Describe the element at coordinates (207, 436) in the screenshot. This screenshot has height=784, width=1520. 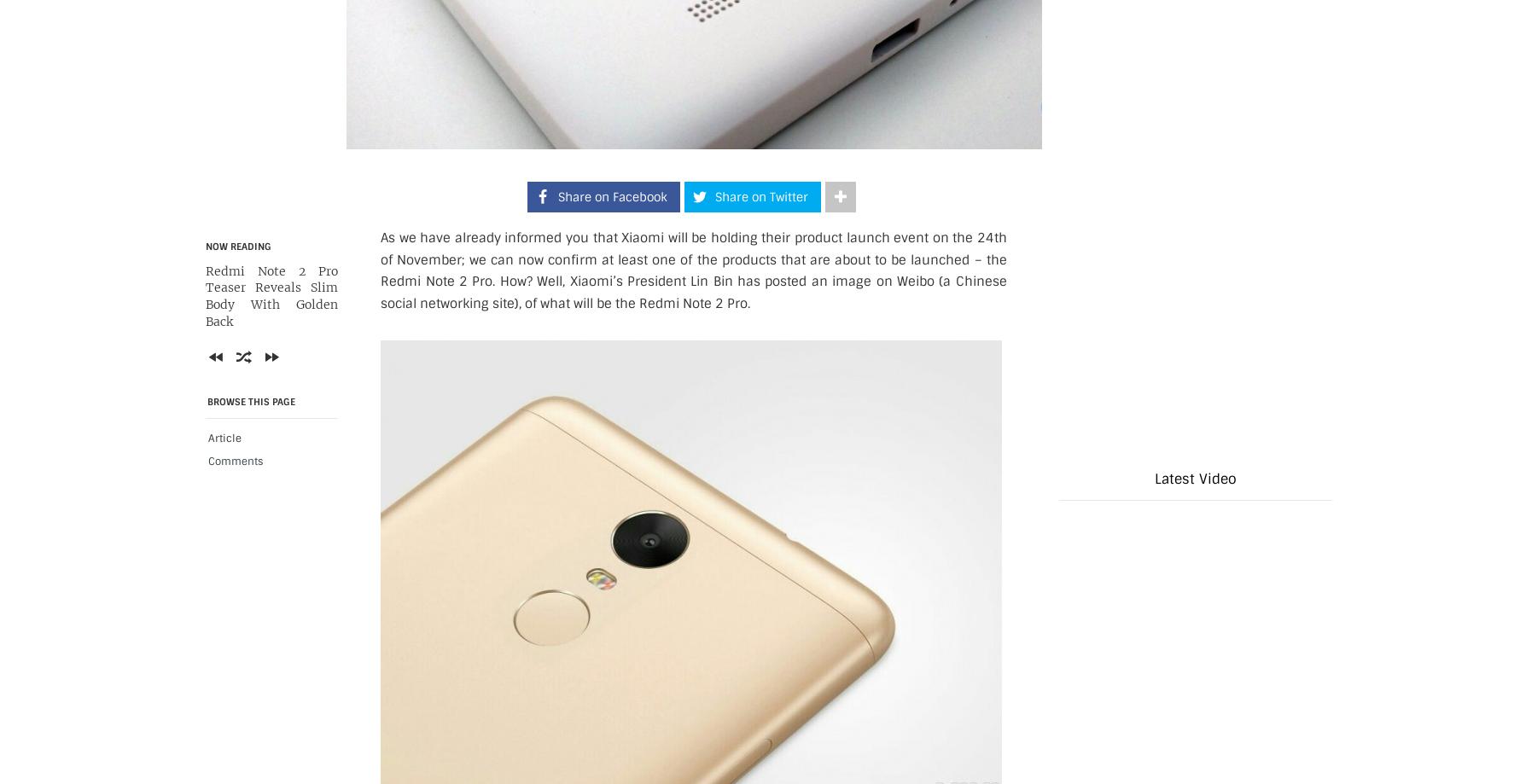
I see `'Article'` at that location.